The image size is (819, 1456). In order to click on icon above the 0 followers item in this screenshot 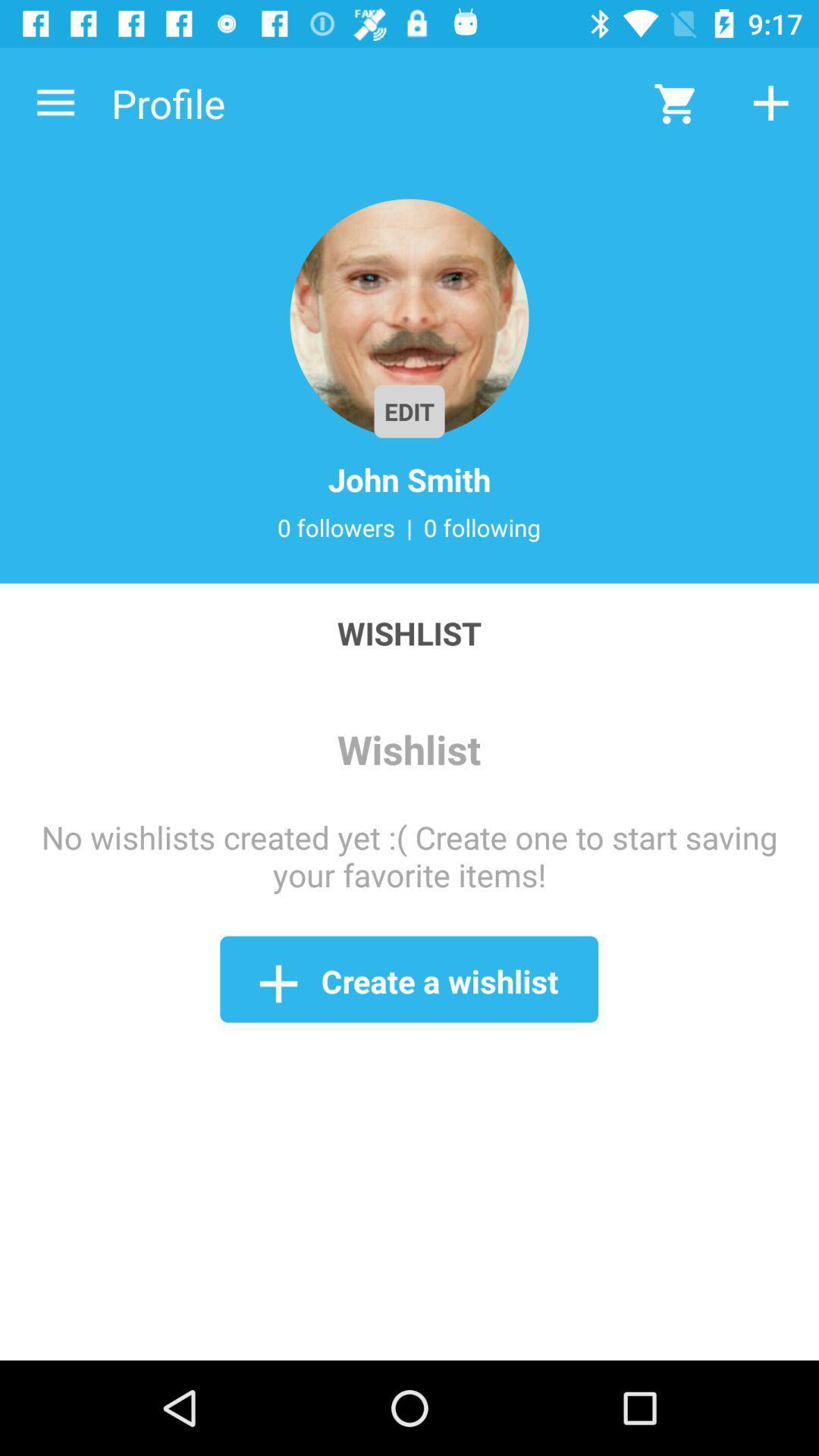, I will do `click(409, 479)`.